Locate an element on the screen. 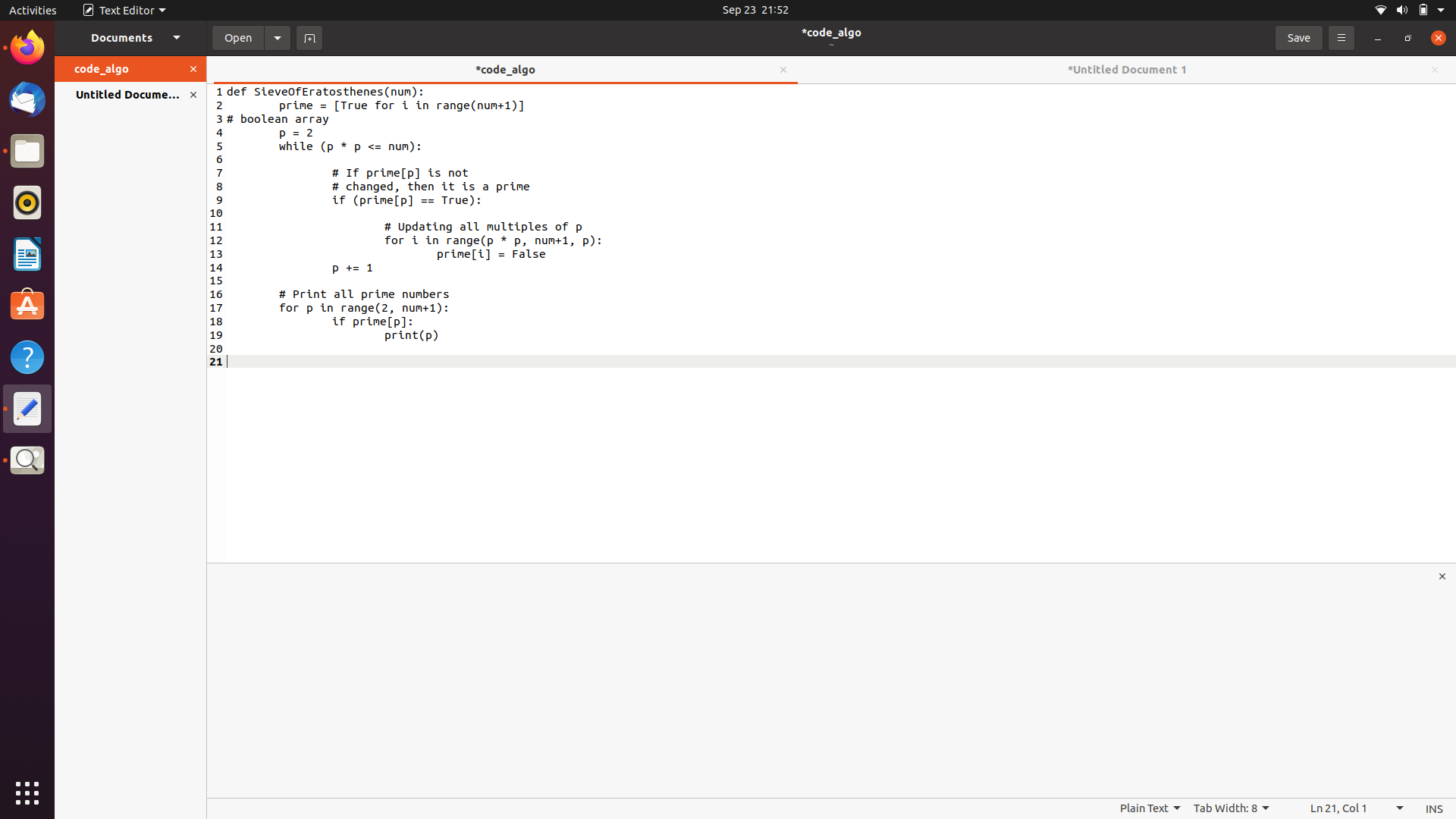  Close code_algo document using the orange panel is located at coordinates (195, 70).